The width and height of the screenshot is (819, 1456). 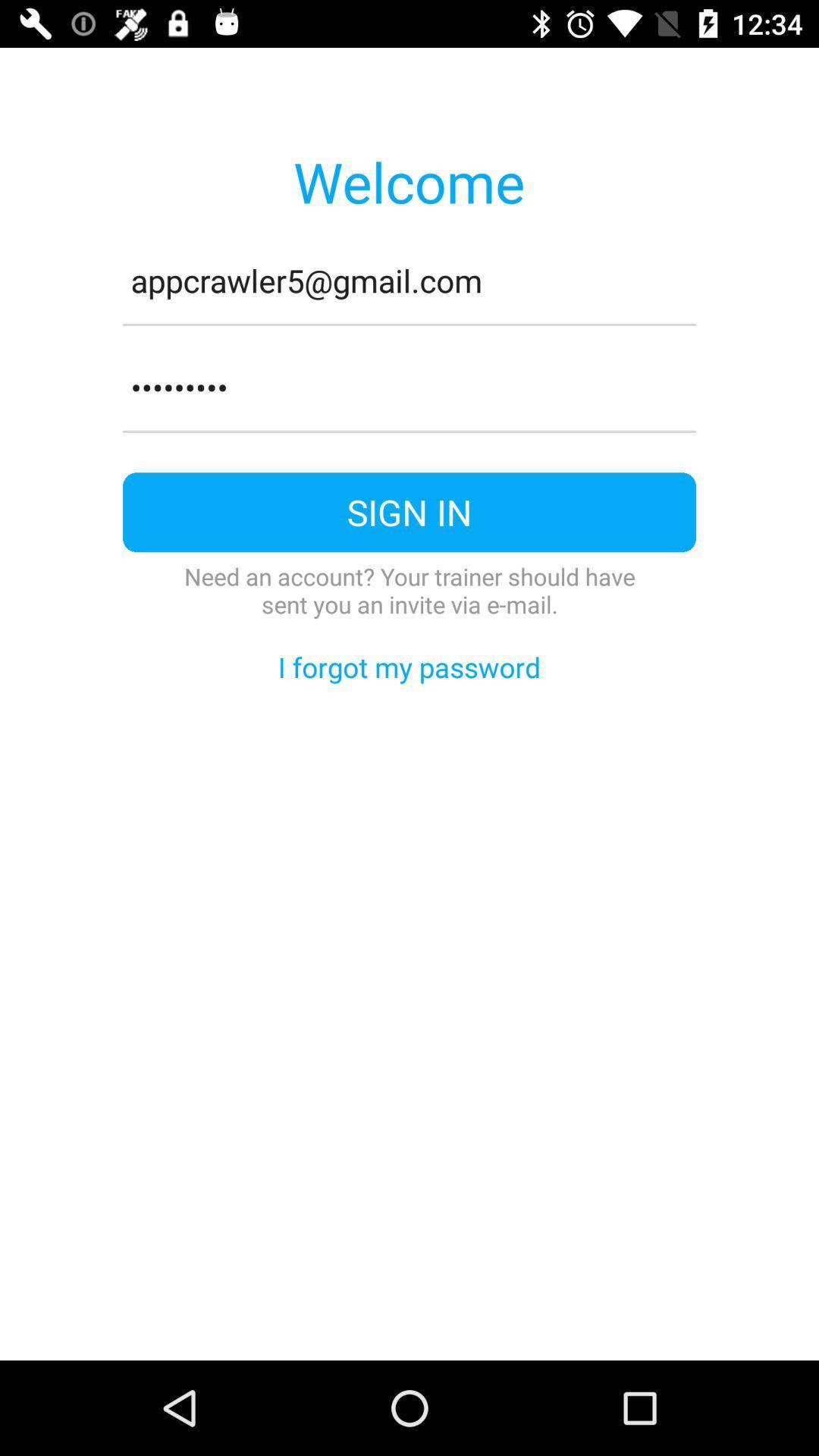 What do you see at coordinates (409, 512) in the screenshot?
I see `sign in item` at bounding box center [409, 512].